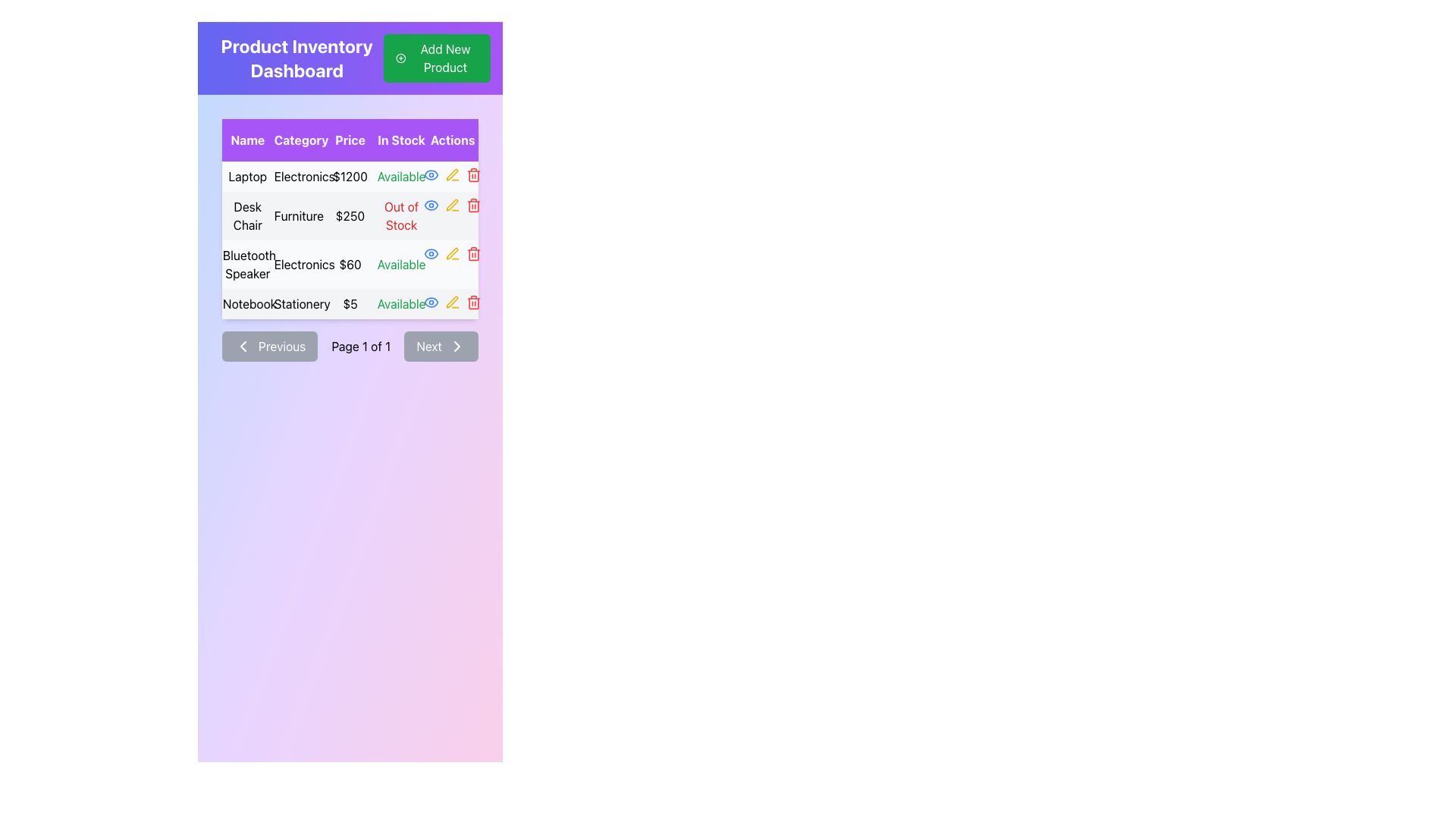 Image resolution: width=1456 pixels, height=819 pixels. Describe the element at coordinates (457, 346) in the screenshot. I see `the icon located inside the 'Next' button, positioned to the right of the text label` at that location.